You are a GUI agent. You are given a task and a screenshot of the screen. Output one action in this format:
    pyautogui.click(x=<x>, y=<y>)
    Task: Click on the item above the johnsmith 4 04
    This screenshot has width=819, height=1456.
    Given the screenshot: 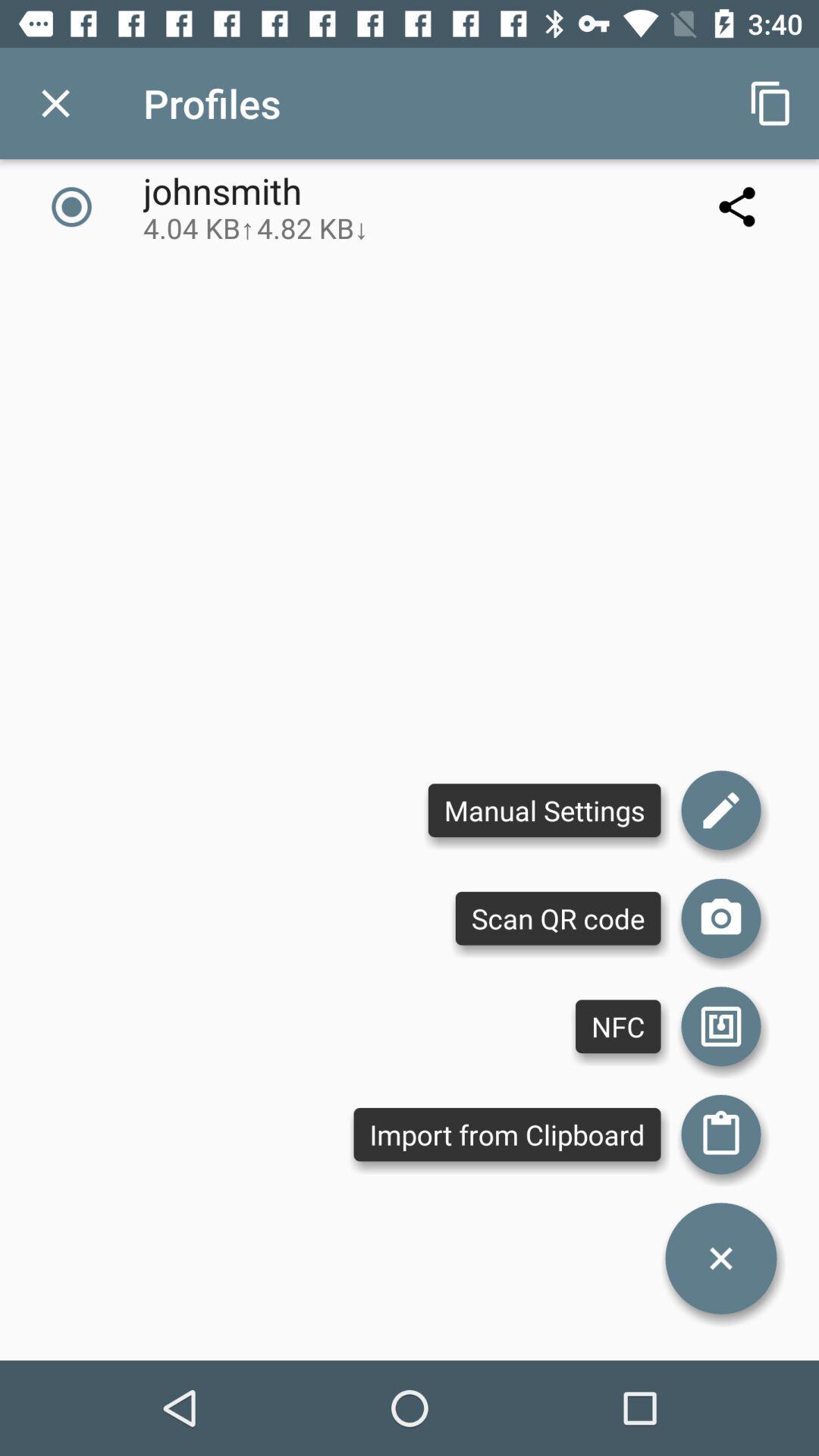 What is the action you would take?
    pyautogui.click(x=55, y=102)
    